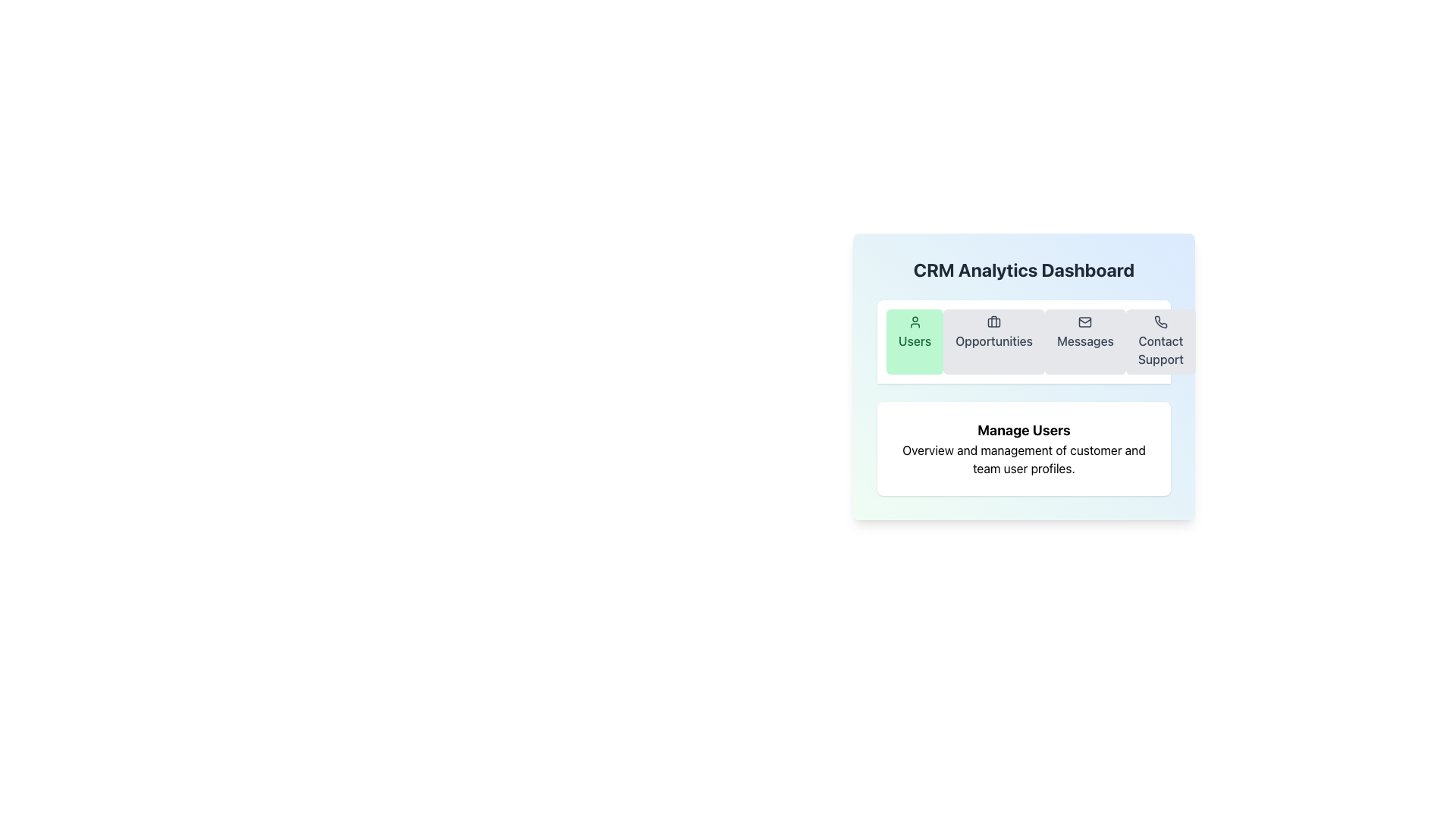 The image size is (1456, 819). Describe the element at coordinates (1024, 394) in the screenshot. I see `the informational card located in the lower half of the 'CRM Analytics Dashboard' module` at that location.